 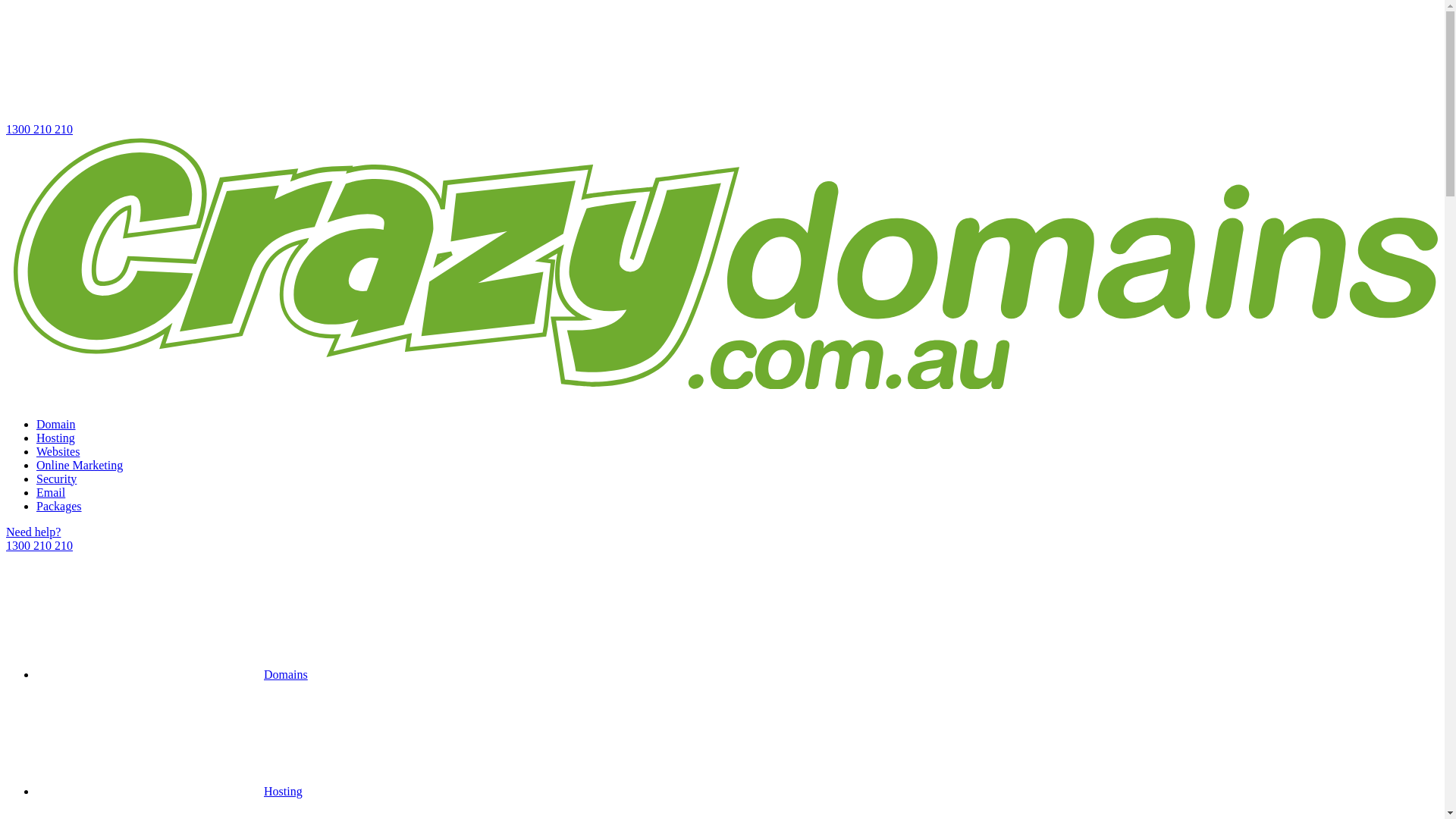 I want to click on '1300 210 210', so click(x=6, y=71).